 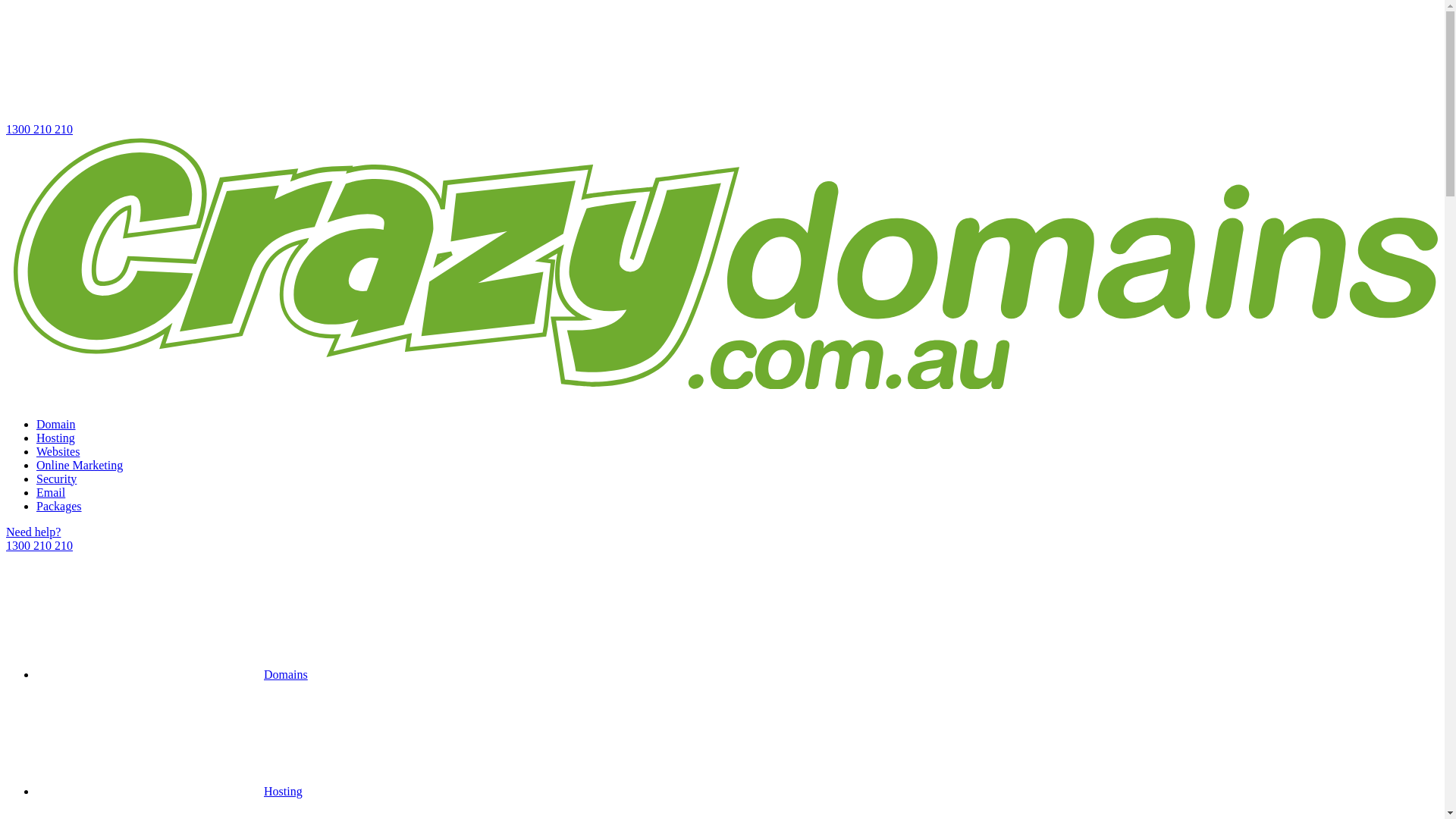 I want to click on '1300 210 210', so click(x=6, y=71).